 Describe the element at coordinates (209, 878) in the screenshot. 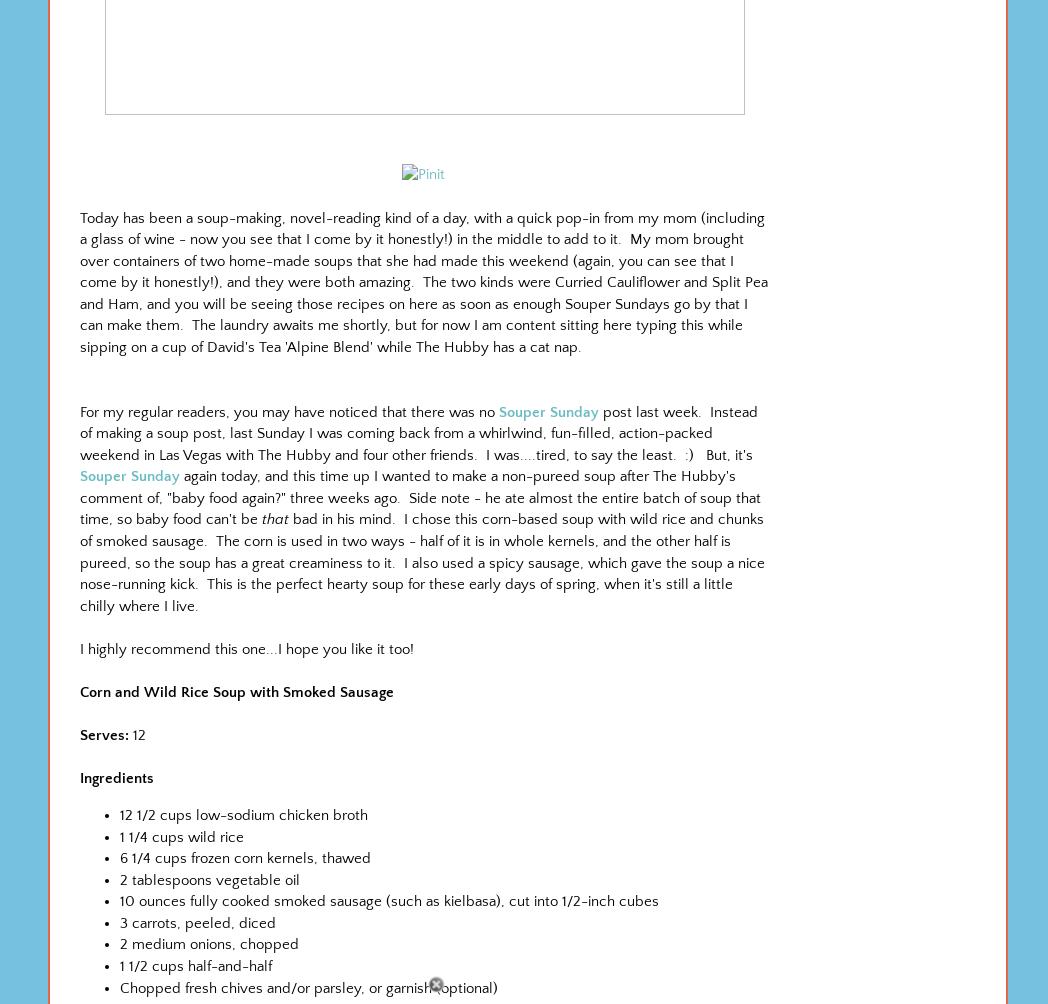

I see `'2 tablespoons vegetable oil'` at that location.